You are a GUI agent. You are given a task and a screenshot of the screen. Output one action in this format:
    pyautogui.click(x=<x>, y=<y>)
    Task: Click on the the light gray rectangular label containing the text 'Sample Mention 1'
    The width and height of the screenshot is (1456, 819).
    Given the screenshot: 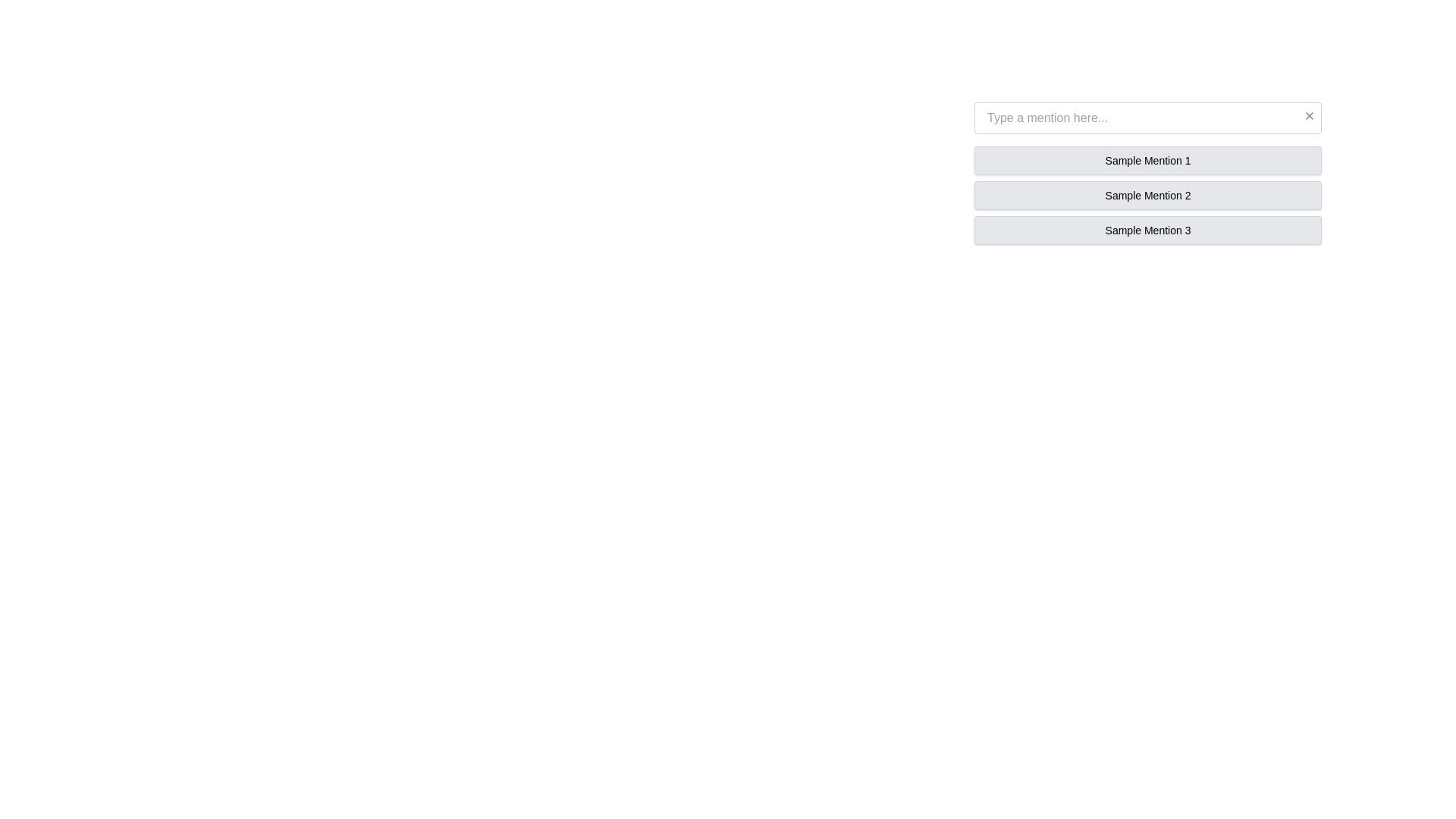 What is the action you would take?
    pyautogui.click(x=1147, y=161)
    